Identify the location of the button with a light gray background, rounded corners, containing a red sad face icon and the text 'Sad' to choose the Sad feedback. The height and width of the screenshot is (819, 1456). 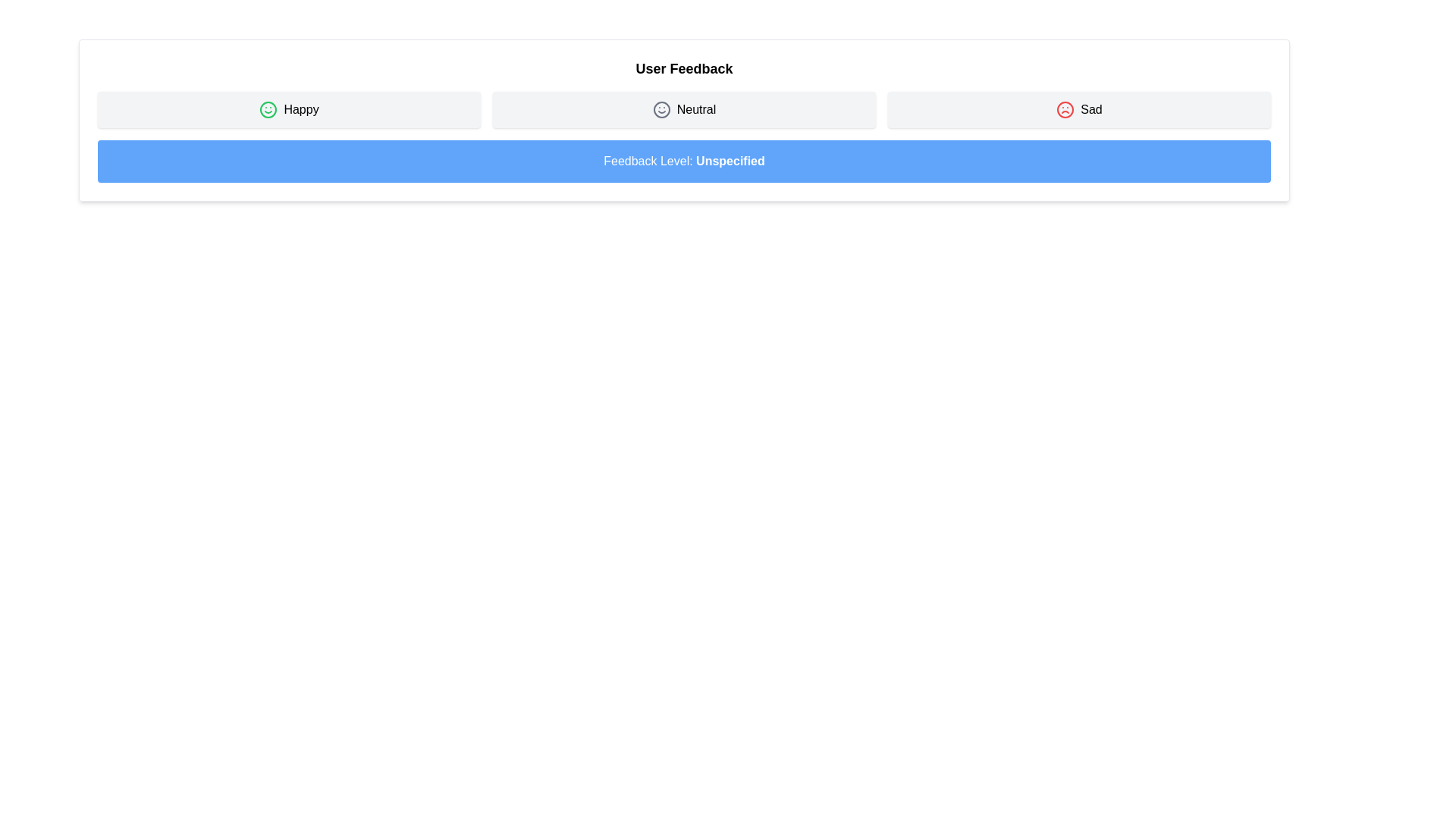
(1078, 109).